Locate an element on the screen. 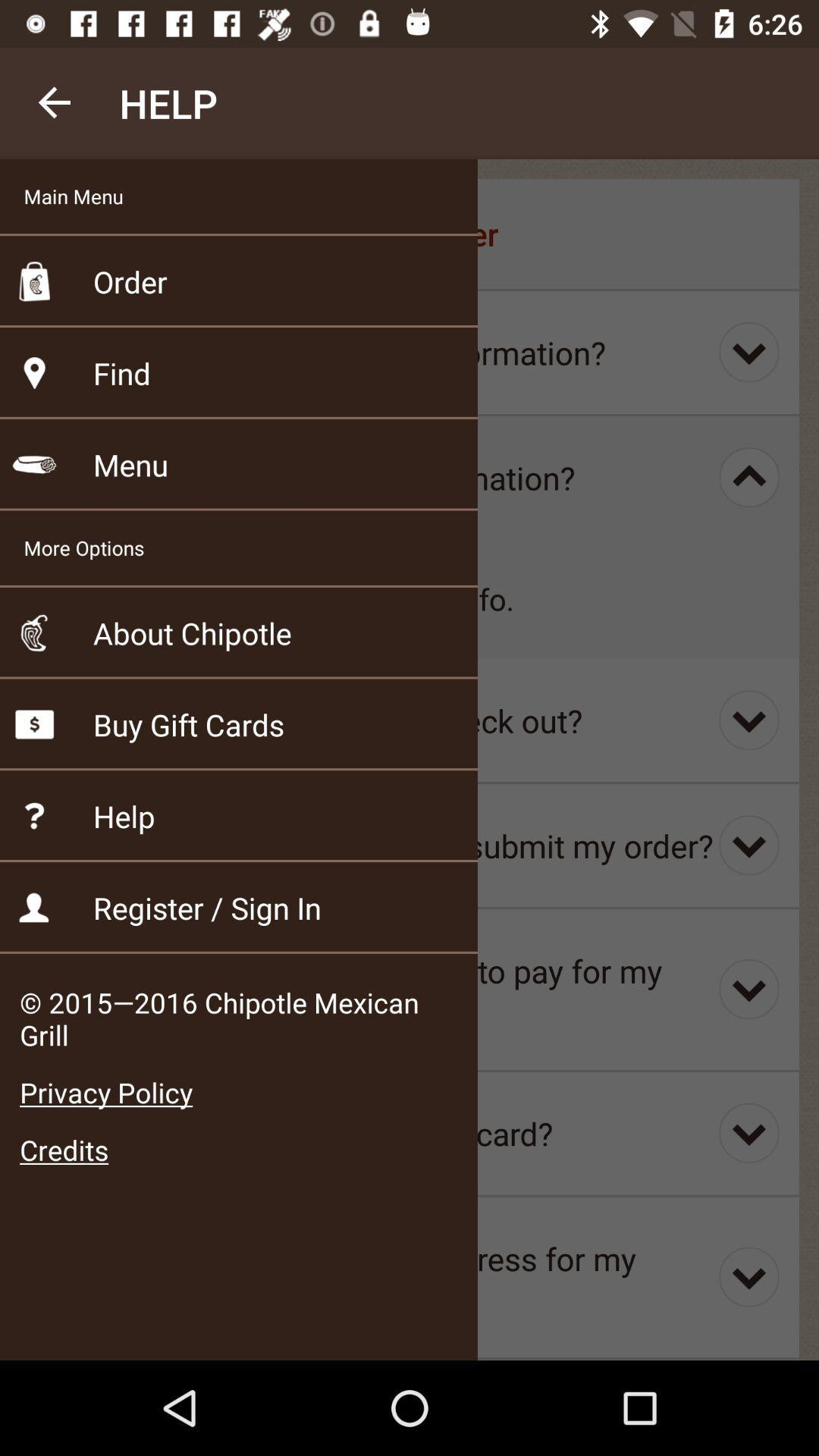 This screenshot has width=819, height=1456. the icon beside order is located at coordinates (34, 281).